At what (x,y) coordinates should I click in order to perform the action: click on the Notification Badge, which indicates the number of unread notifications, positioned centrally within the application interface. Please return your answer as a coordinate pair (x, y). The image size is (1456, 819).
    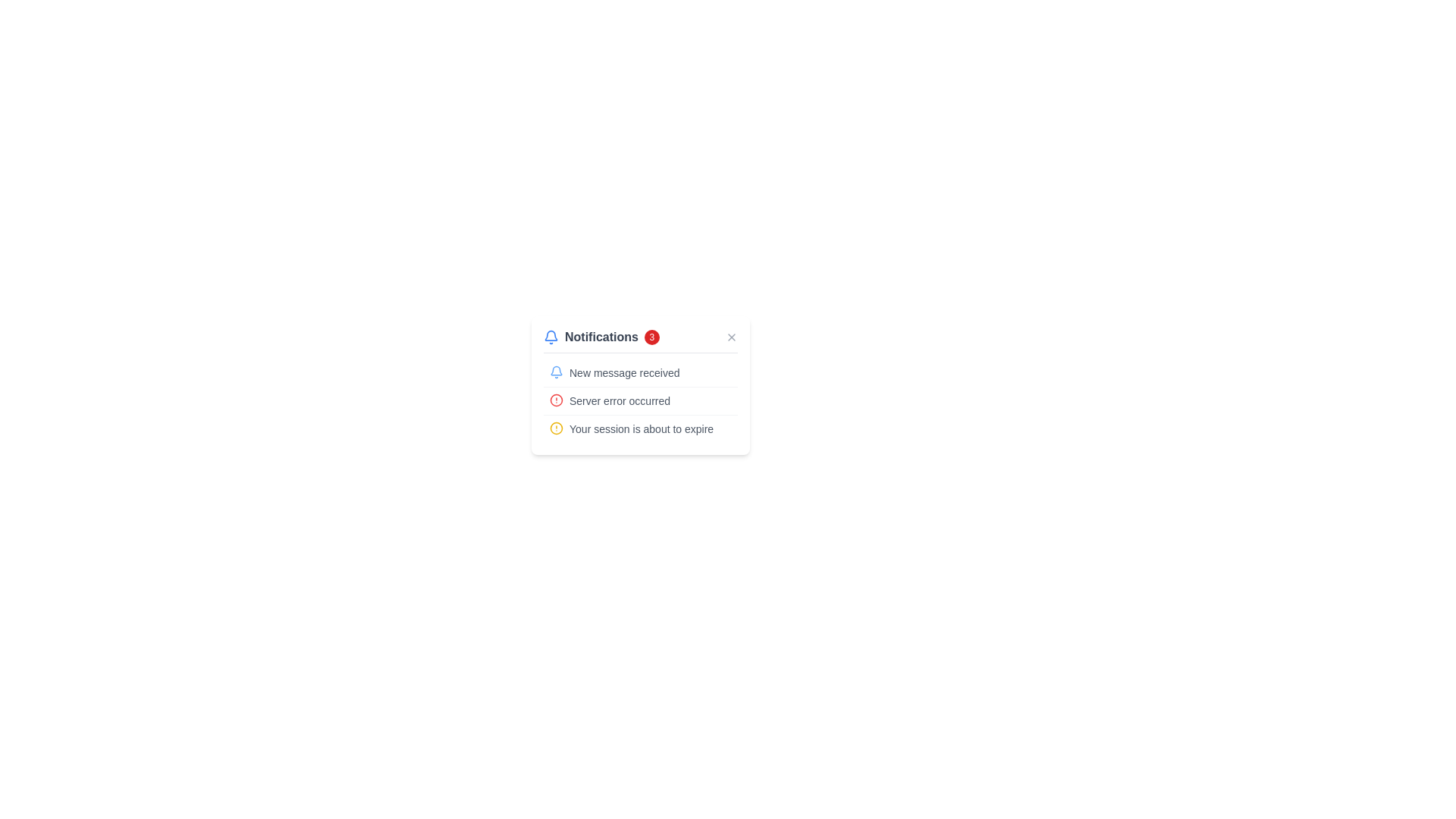
    Looking at the image, I should click on (651, 336).